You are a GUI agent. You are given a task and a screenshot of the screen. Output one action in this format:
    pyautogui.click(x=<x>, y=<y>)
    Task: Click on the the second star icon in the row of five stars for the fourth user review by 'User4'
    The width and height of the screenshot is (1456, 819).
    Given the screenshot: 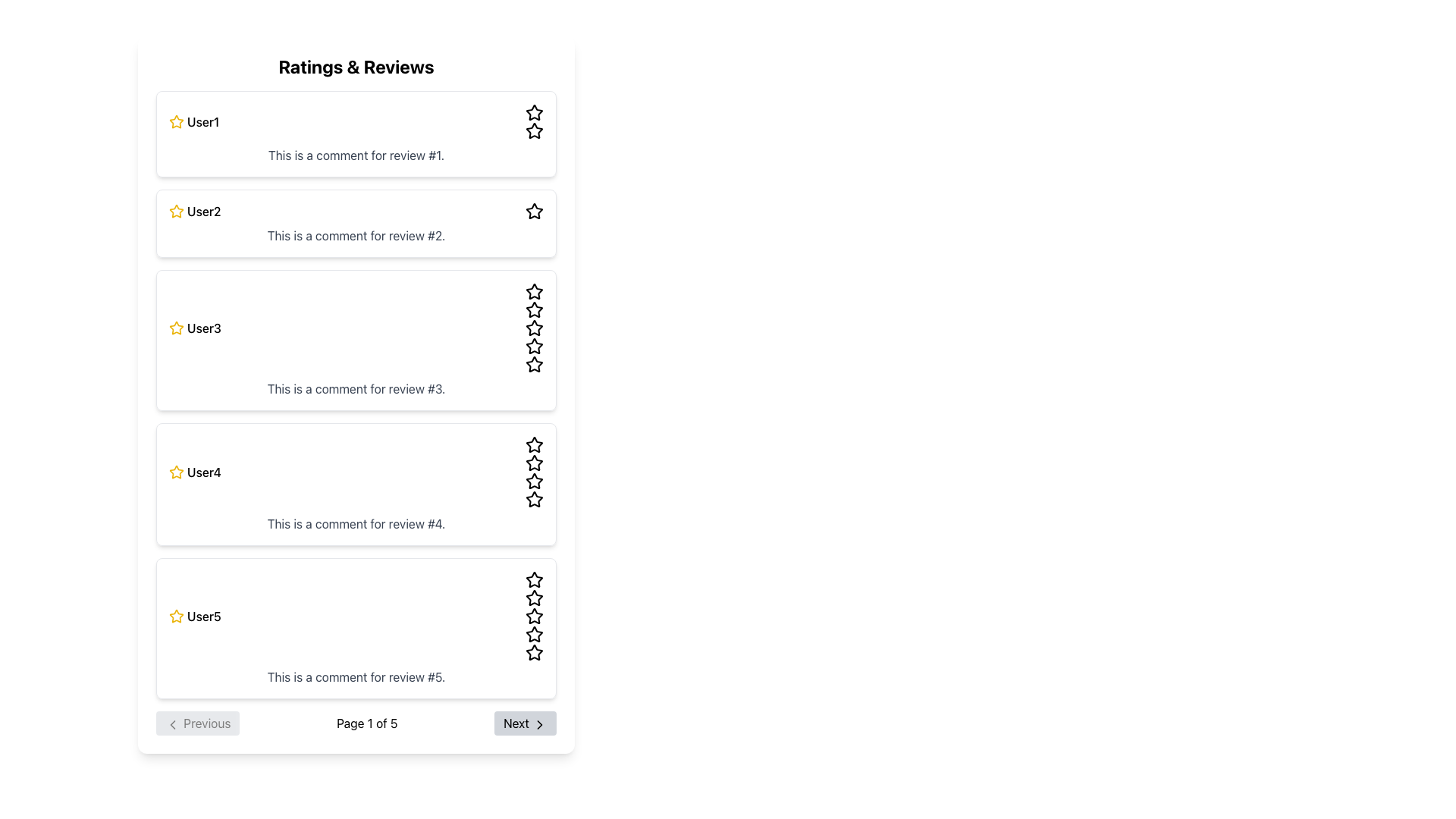 What is the action you would take?
    pyautogui.click(x=535, y=481)
    